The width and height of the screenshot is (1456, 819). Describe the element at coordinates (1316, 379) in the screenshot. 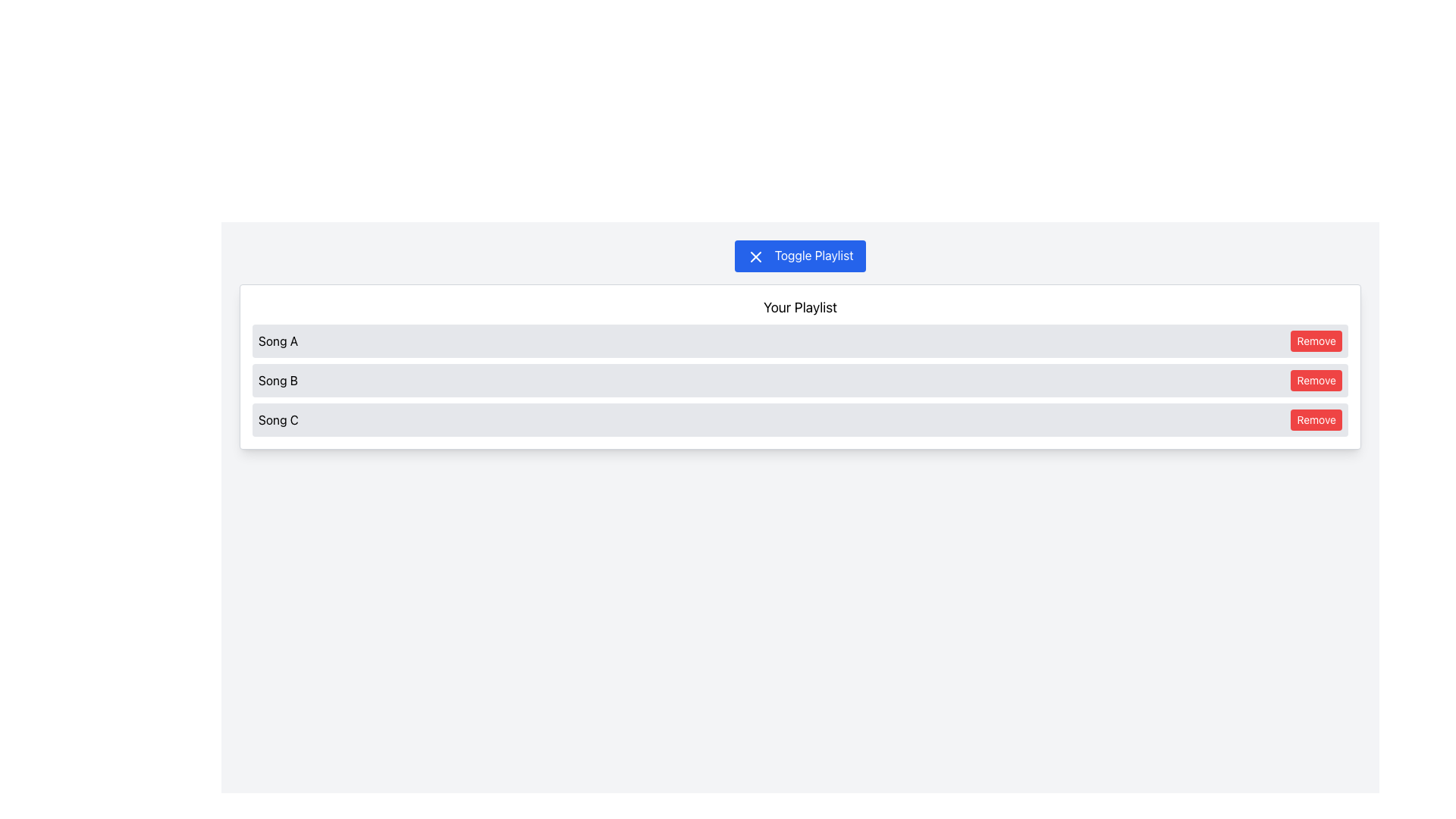

I see `the red 'Remove' button with bold white text located beside 'Song B' in the second row of the playlist` at that location.